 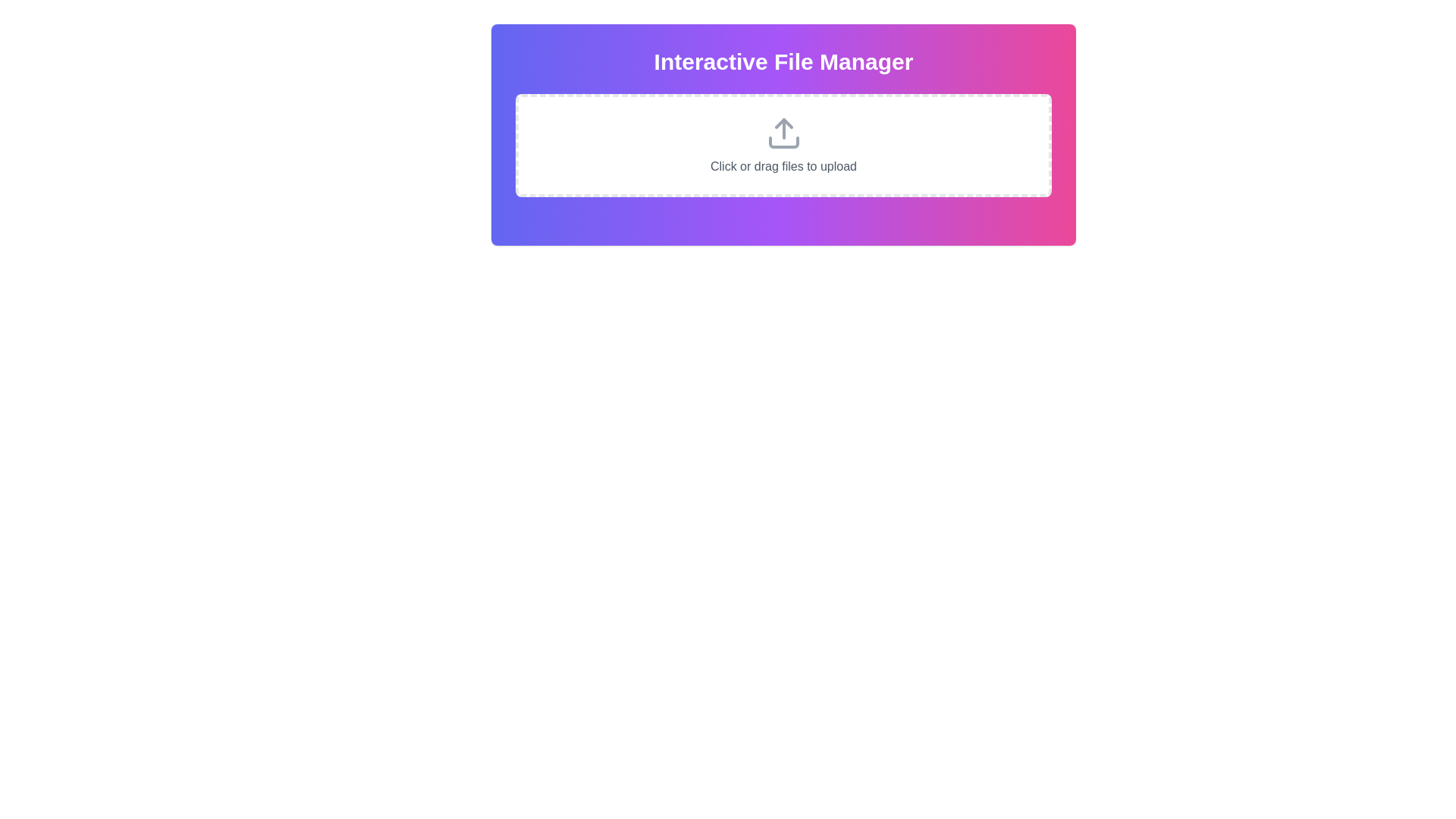 I want to click on the Upload area located below the 'Interactive File Manager' title, so click(x=783, y=146).